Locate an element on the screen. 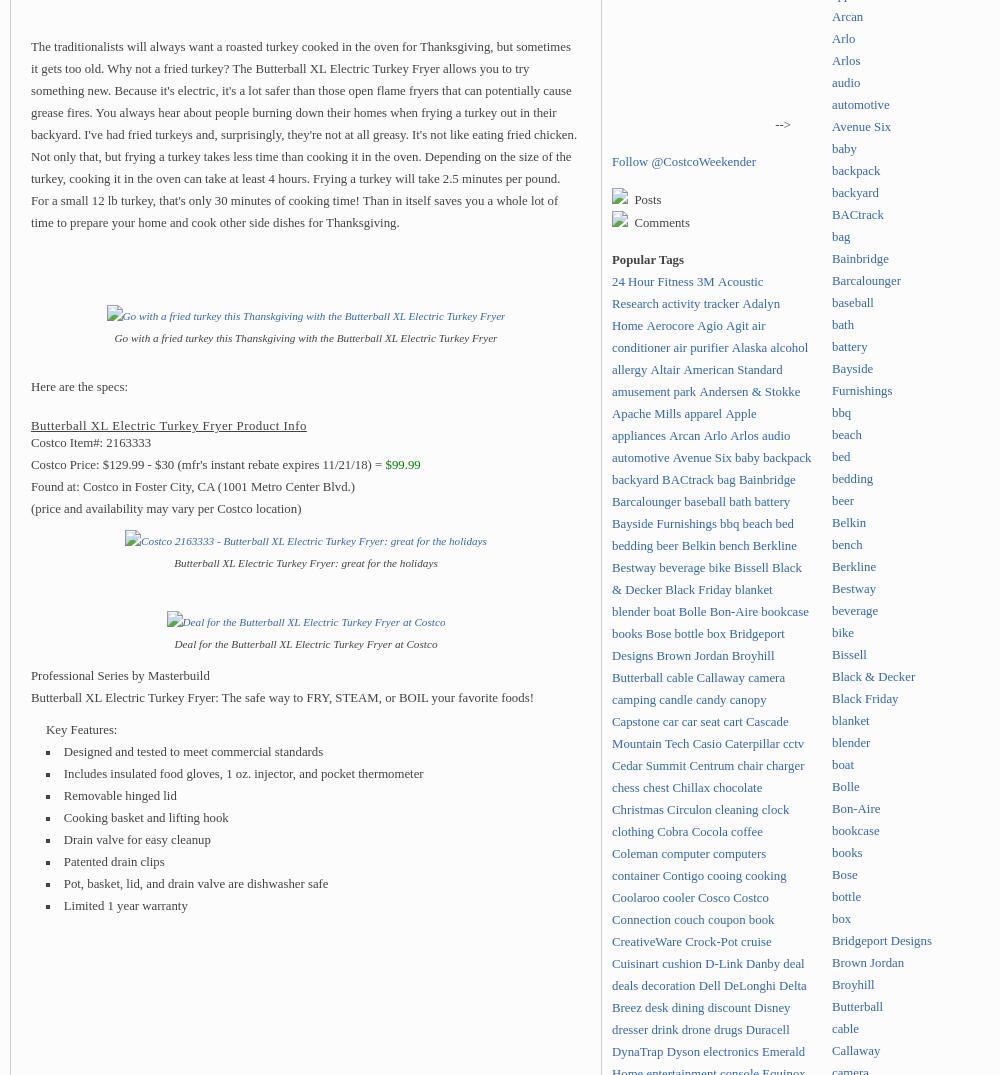 The image size is (1000, 1075). '(price and availability may vary per Costco location)' is located at coordinates (166, 507).